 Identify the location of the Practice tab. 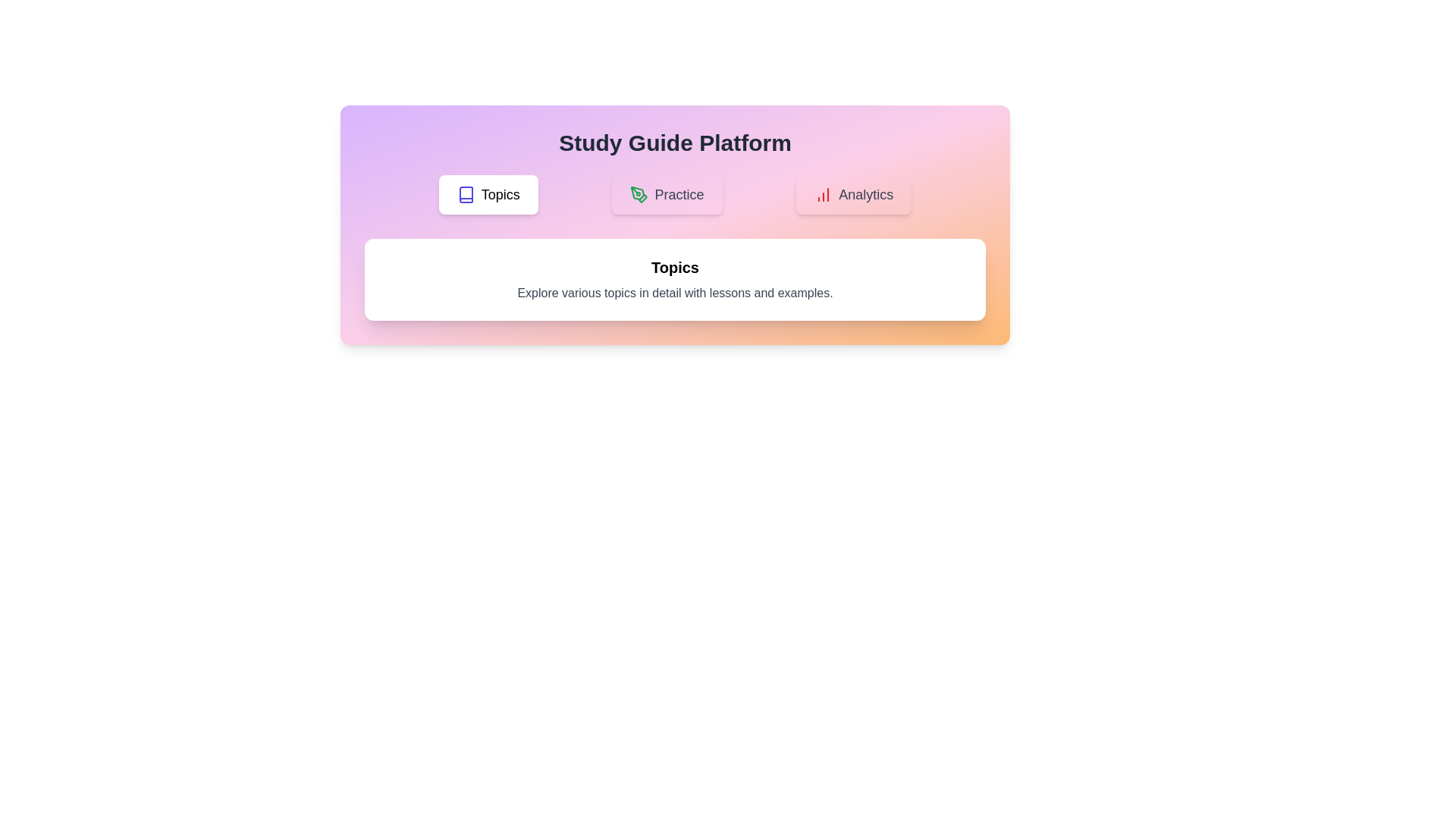
(667, 194).